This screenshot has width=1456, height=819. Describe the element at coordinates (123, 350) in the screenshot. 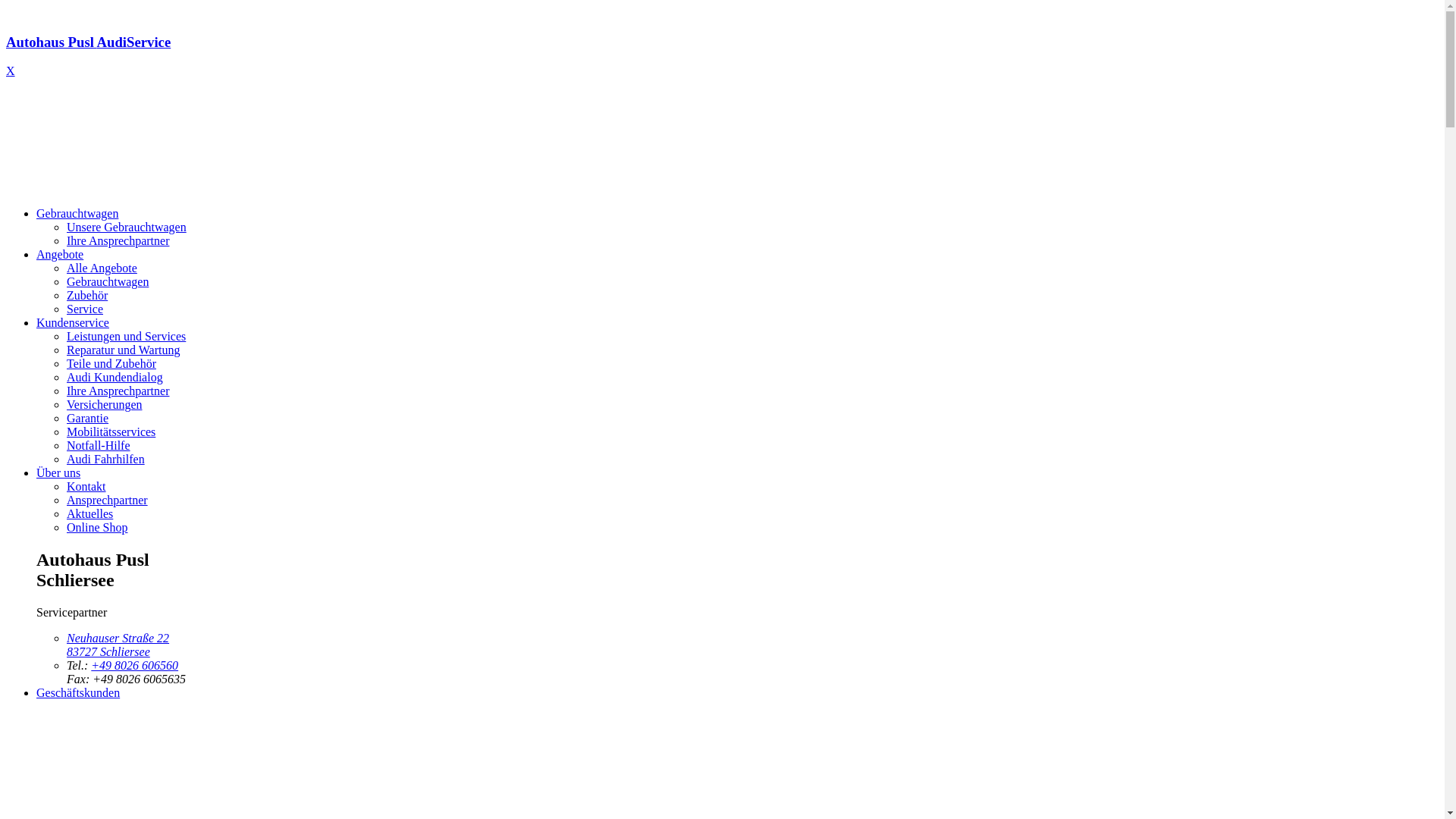

I see `'Reparatur und Wartung'` at that location.